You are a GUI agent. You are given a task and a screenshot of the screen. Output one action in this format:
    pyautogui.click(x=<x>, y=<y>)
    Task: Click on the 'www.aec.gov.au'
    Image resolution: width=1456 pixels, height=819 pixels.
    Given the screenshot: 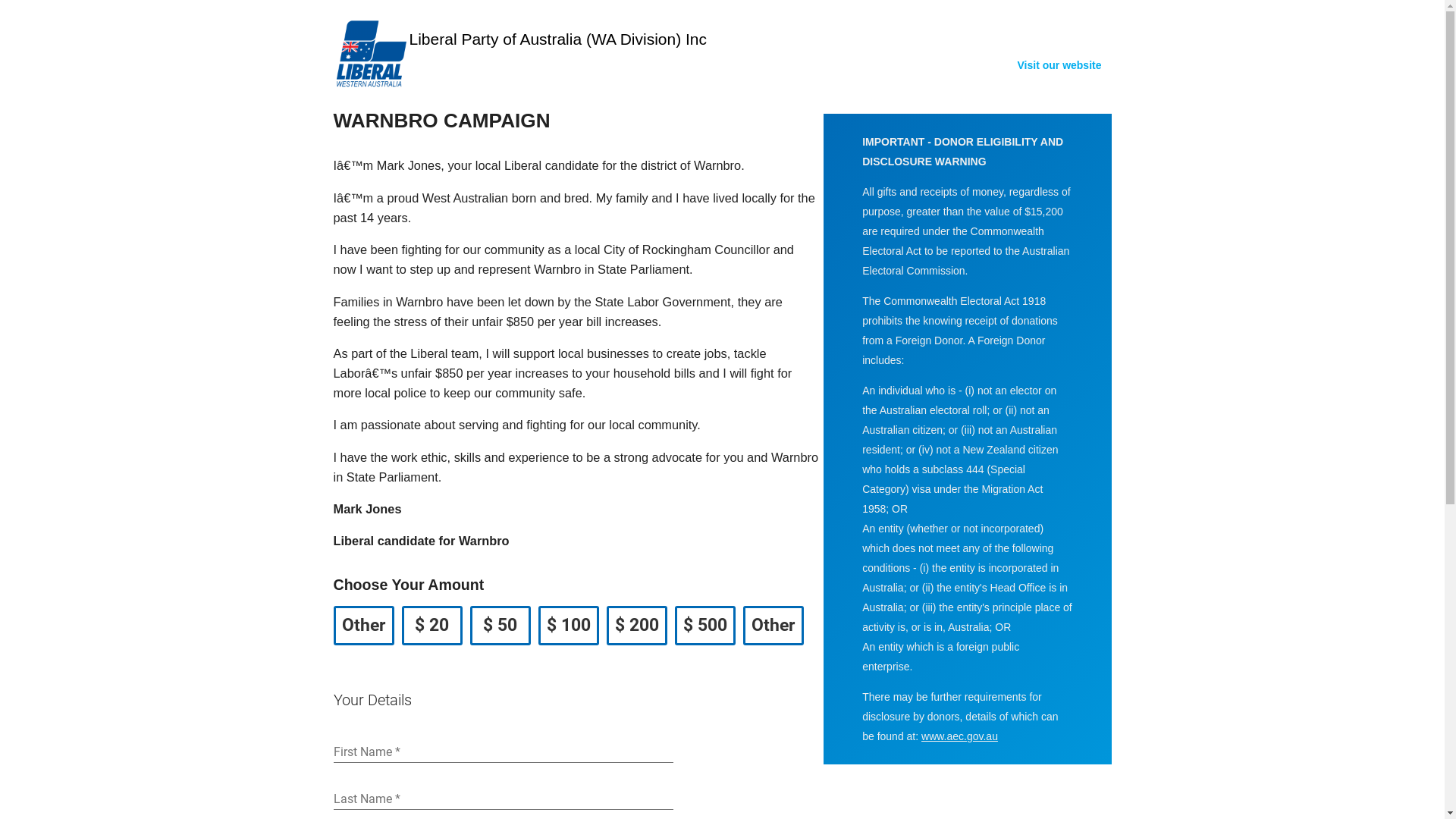 What is the action you would take?
    pyautogui.click(x=959, y=736)
    